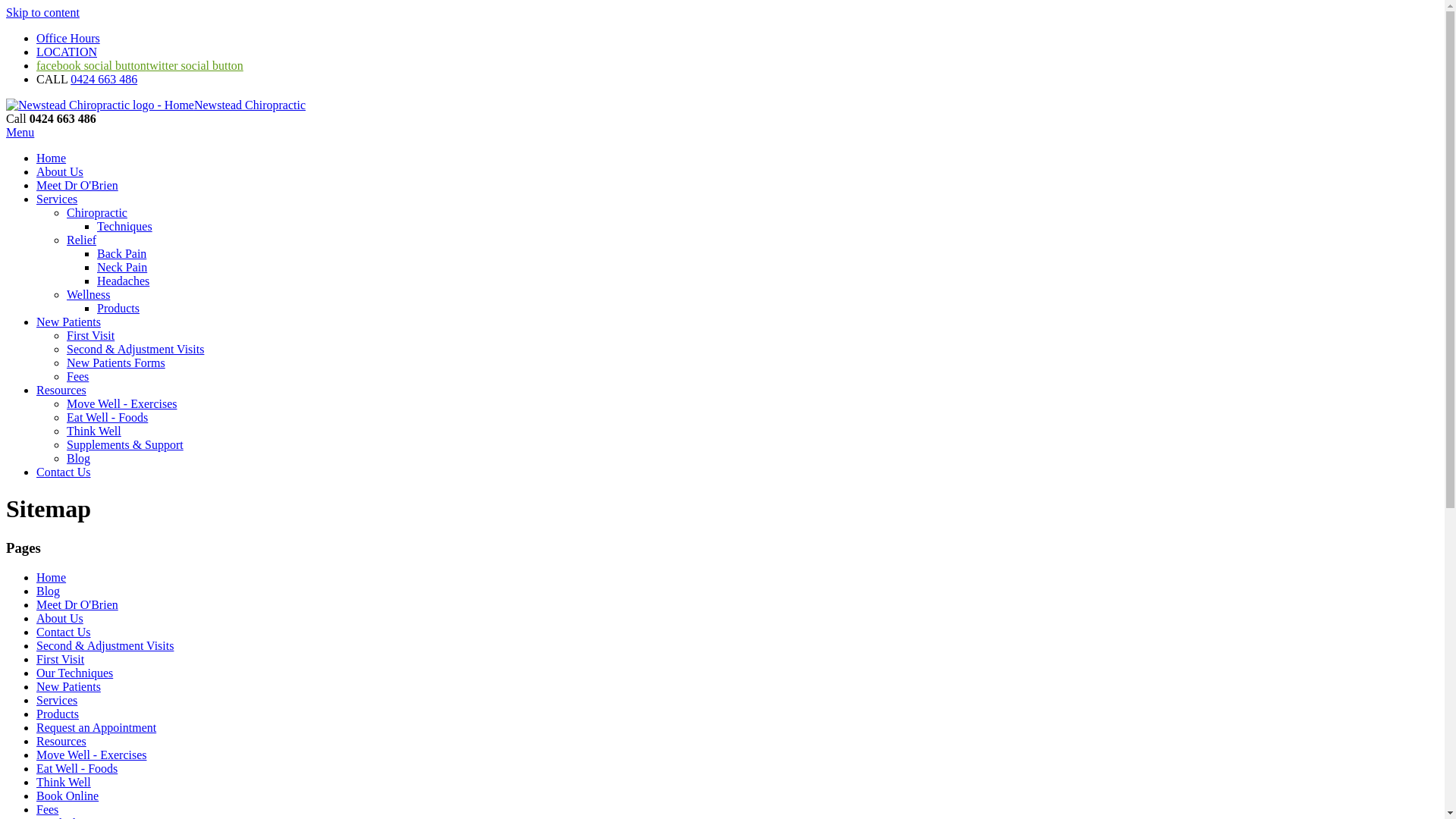 This screenshot has height=819, width=1456. What do you see at coordinates (90, 64) in the screenshot?
I see `'facebook social button'` at bounding box center [90, 64].